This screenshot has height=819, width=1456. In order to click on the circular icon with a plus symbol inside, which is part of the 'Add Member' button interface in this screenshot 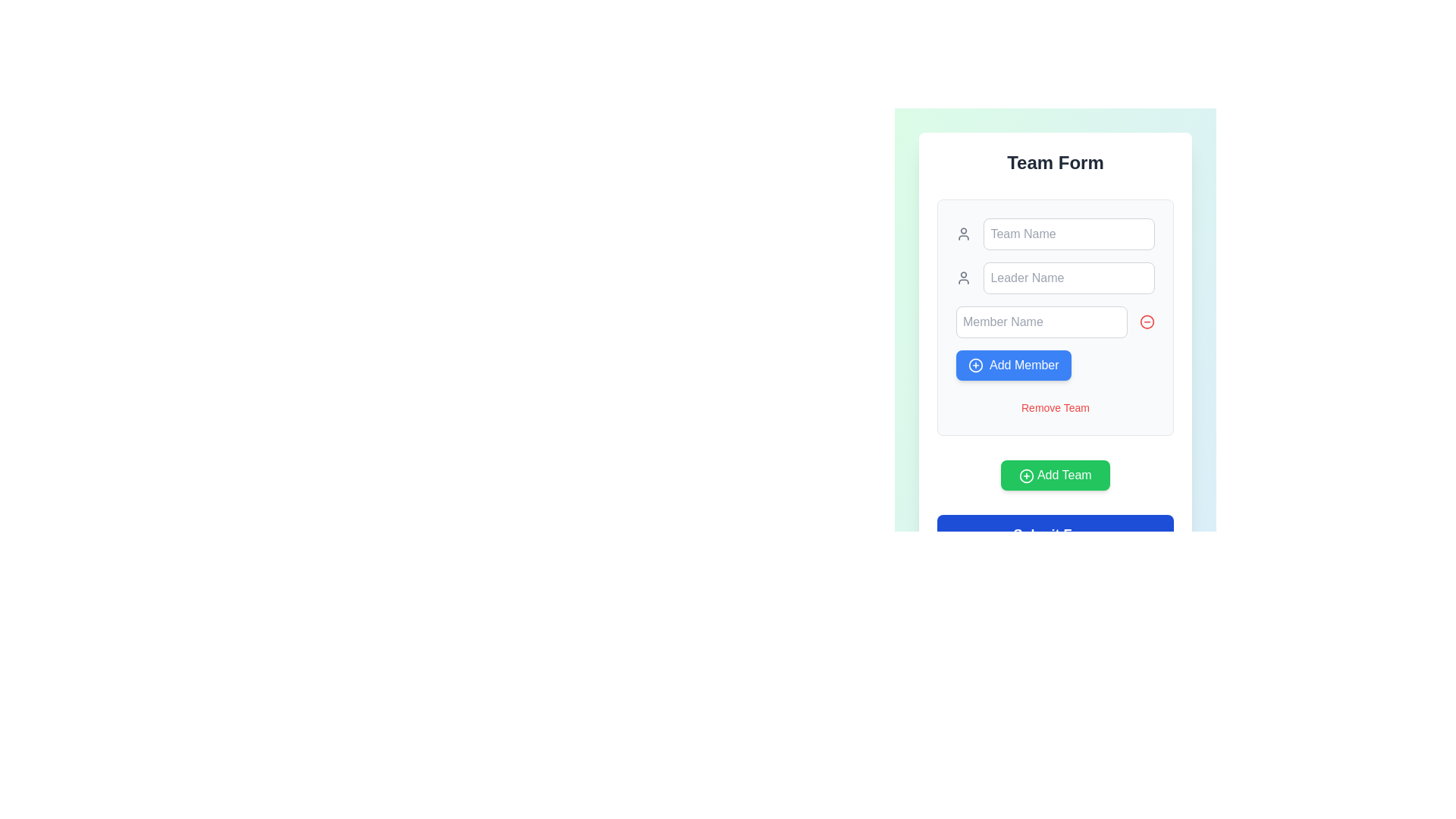, I will do `click(975, 366)`.